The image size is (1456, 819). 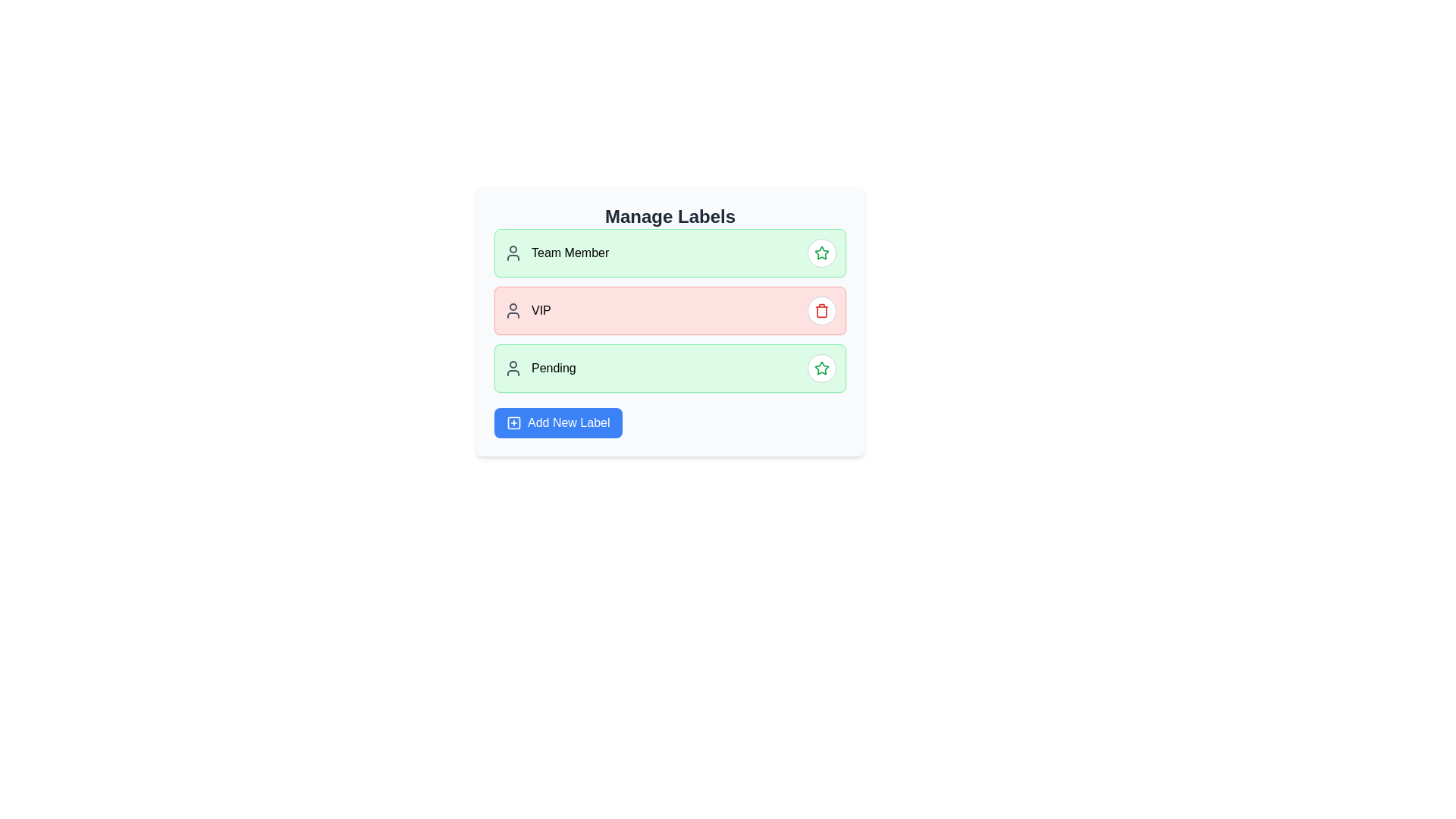 What do you see at coordinates (557, 423) in the screenshot?
I see `the 'Add New Label' button with a blue background and white text via keyboard navigation` at bounding box center [557, 423].